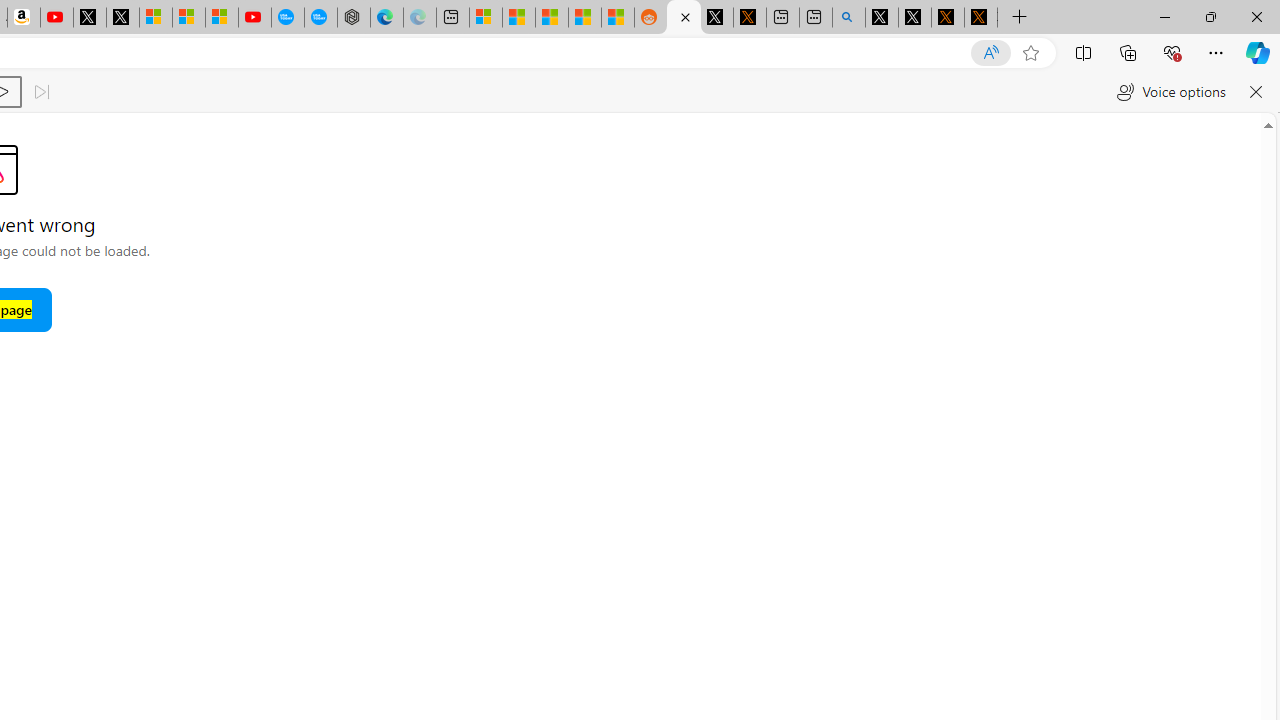 Image resolution: width=1280 pixels, height=720 pixels. What do you see at coordinates (913, 17) in the screenshot?
I see `'GitHub (@github) / X'` at bounding box center [913, 17].